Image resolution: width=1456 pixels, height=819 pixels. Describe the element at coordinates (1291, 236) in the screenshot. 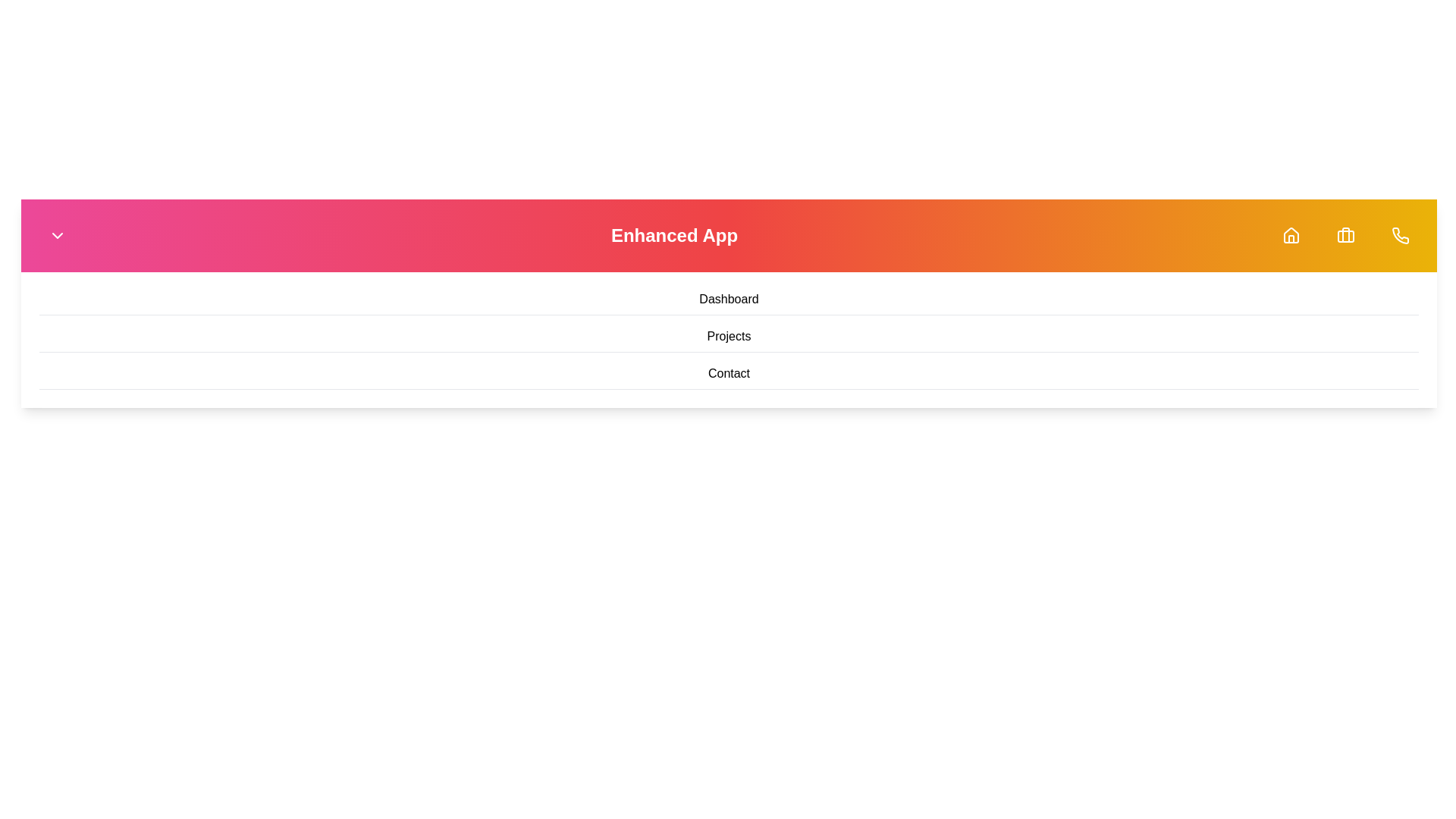

I see `the navigation icon corresponding to Home` at that location.